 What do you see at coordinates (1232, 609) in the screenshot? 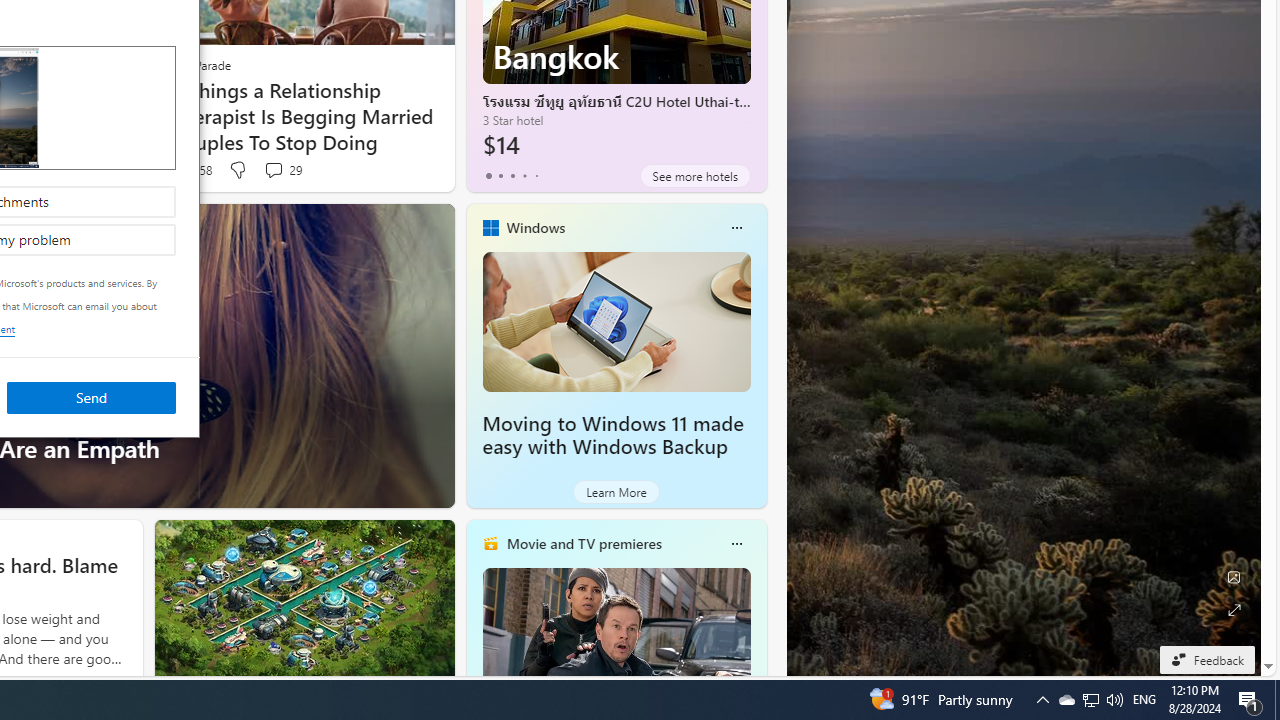
I see `'Expand background'` at bounding box center [1232, 609].